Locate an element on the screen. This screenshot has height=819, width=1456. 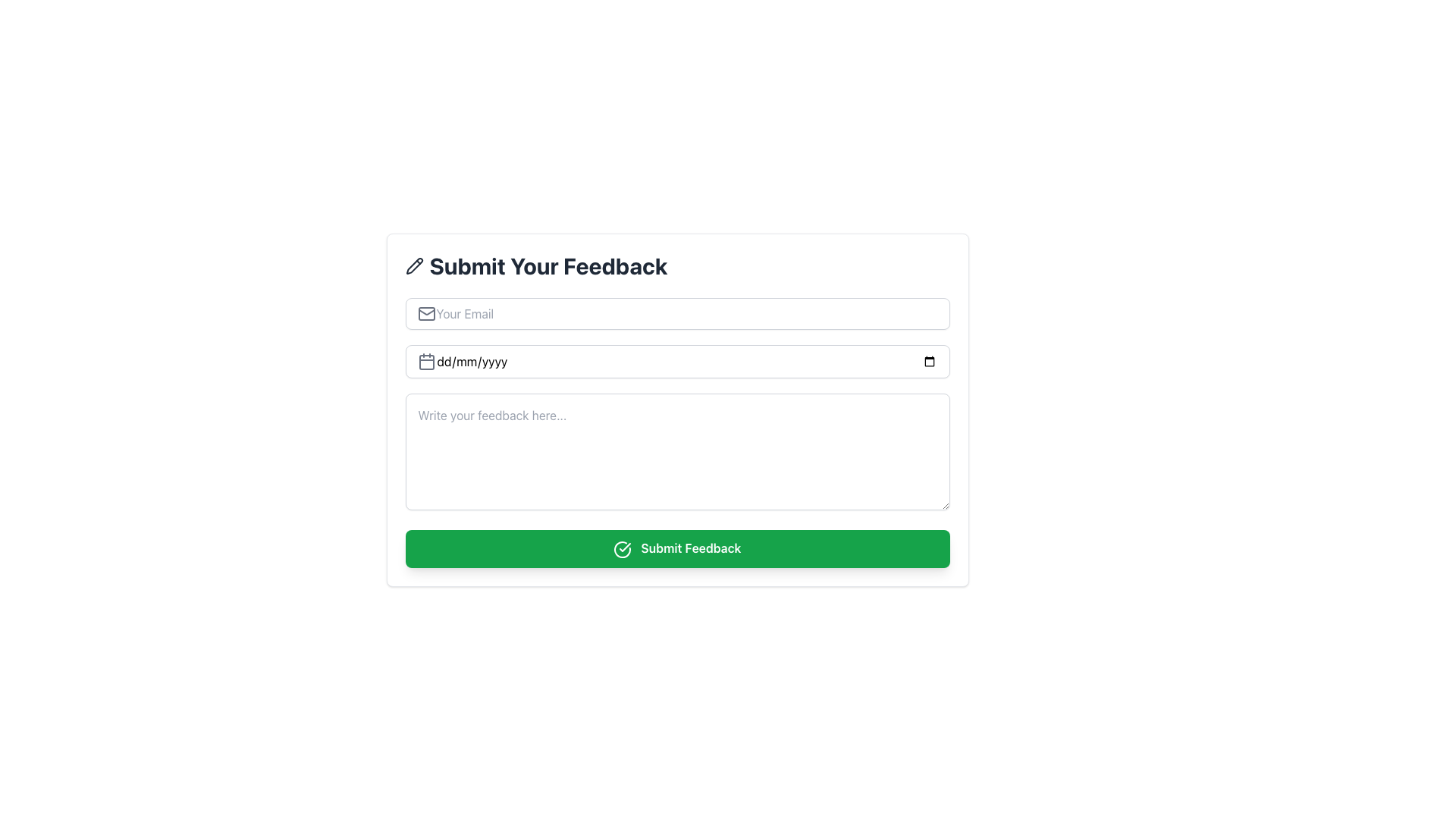
the decorative graphic element of the envelope or mail icon located to the left of the 'Your Email' text input field at the top-left corner of the feedback submission form is located at coordinates (425, 312).